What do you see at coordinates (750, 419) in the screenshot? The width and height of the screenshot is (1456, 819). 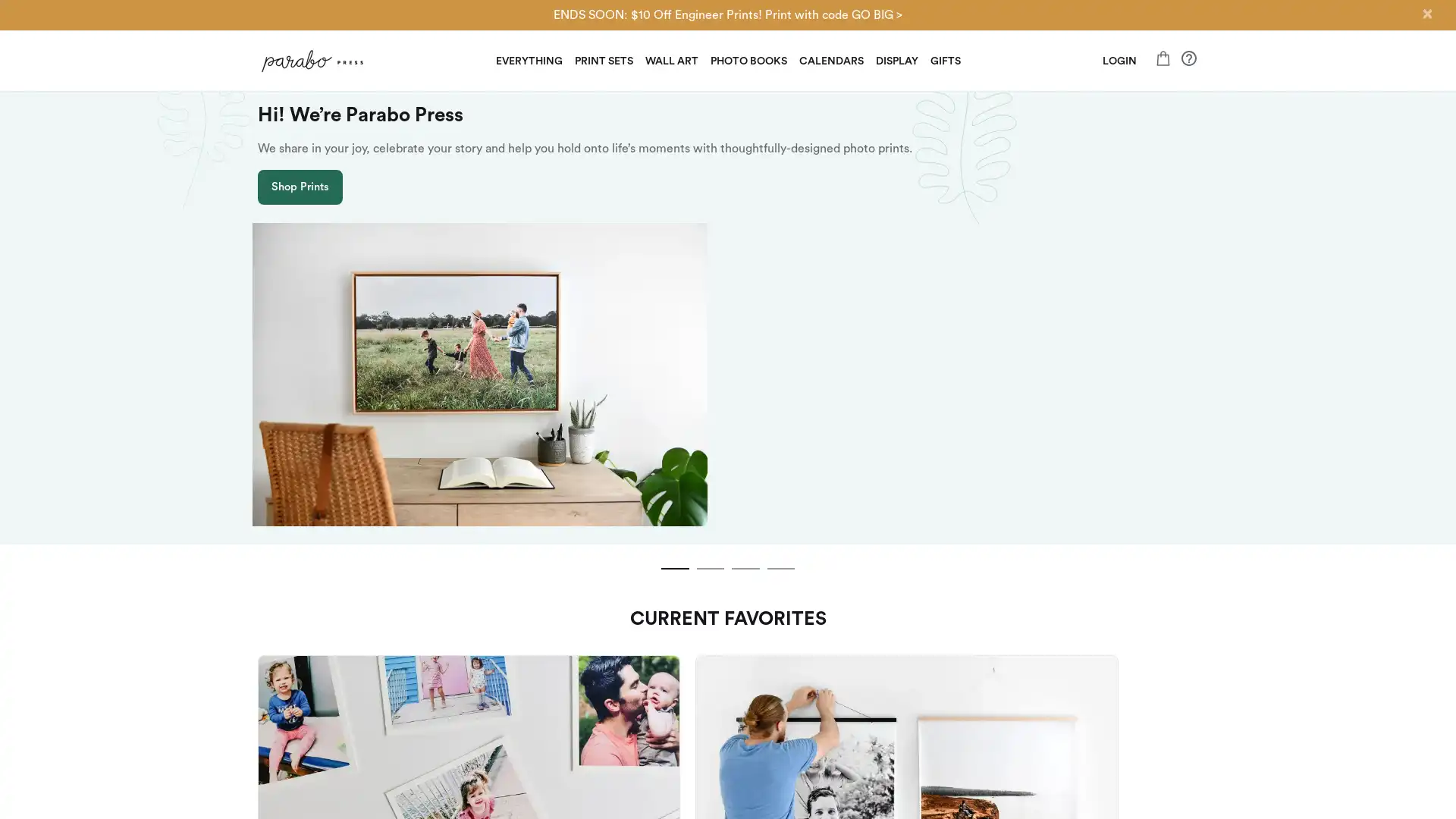 I see `slide dot` at bounding box center [750, 419].